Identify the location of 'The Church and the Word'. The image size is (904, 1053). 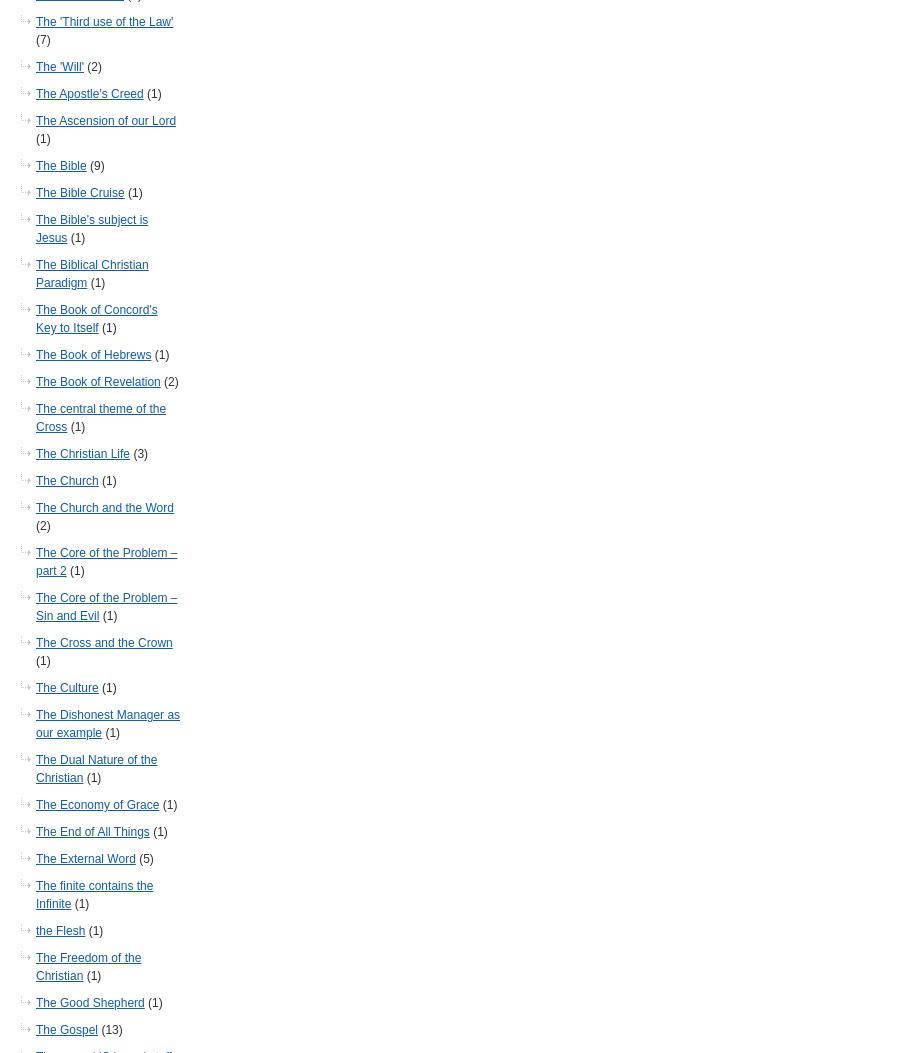
(34, 507).